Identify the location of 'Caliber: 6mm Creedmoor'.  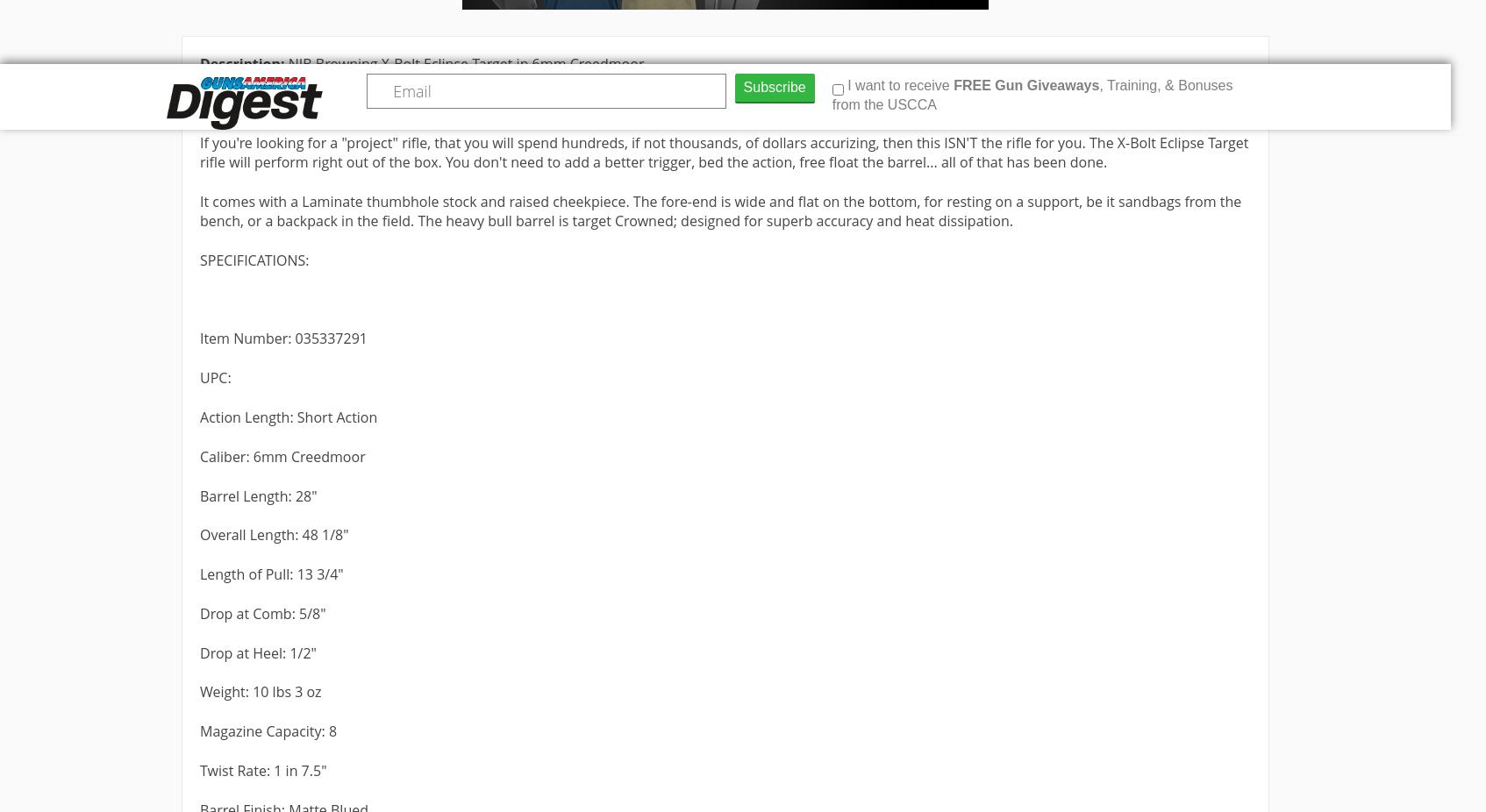
(282, 455).